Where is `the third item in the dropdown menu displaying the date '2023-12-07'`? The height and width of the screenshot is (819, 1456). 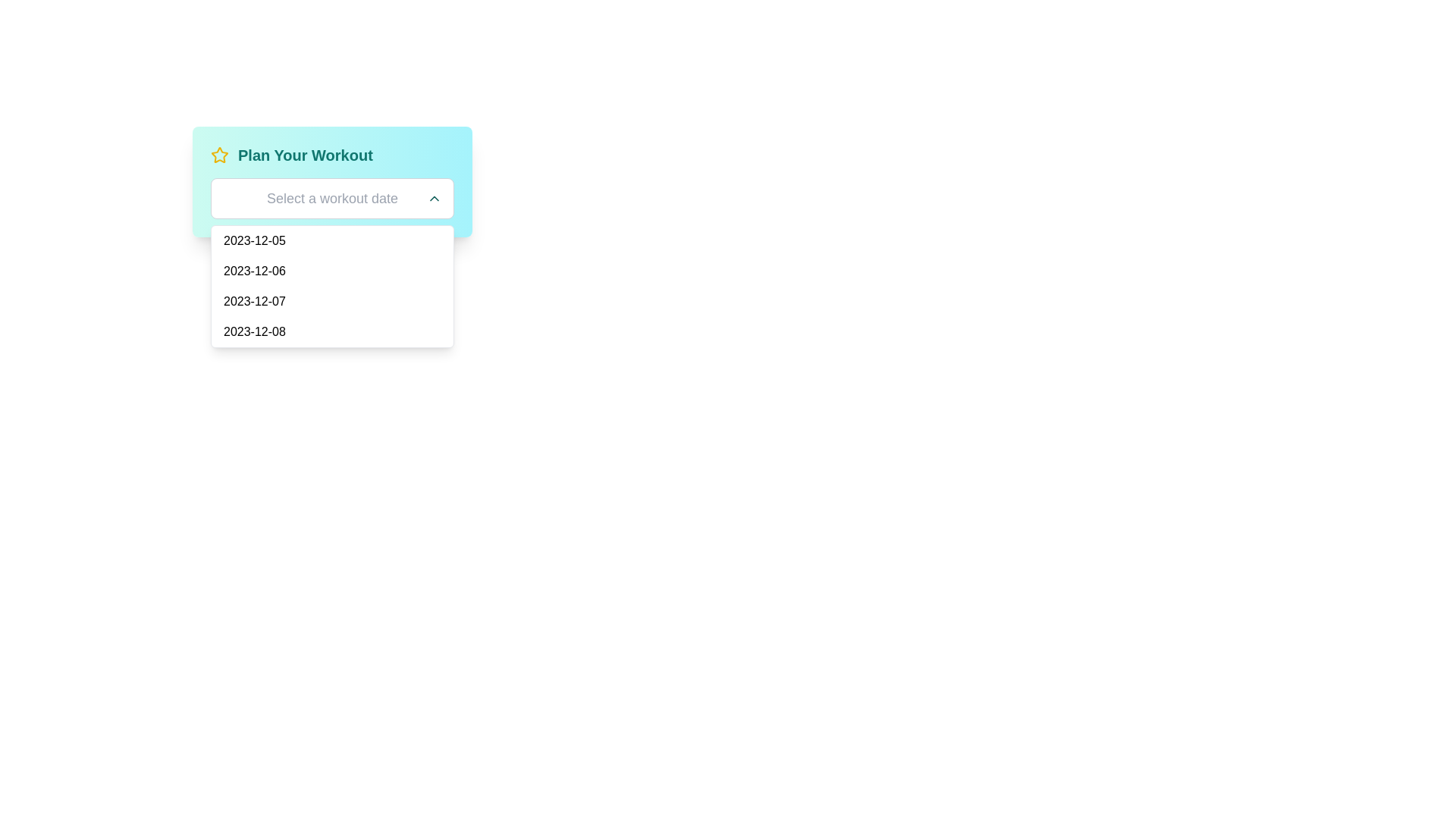 the third item in the dropdown menu displaying the date '2023-12-07' is located at coordinates (331, 301).